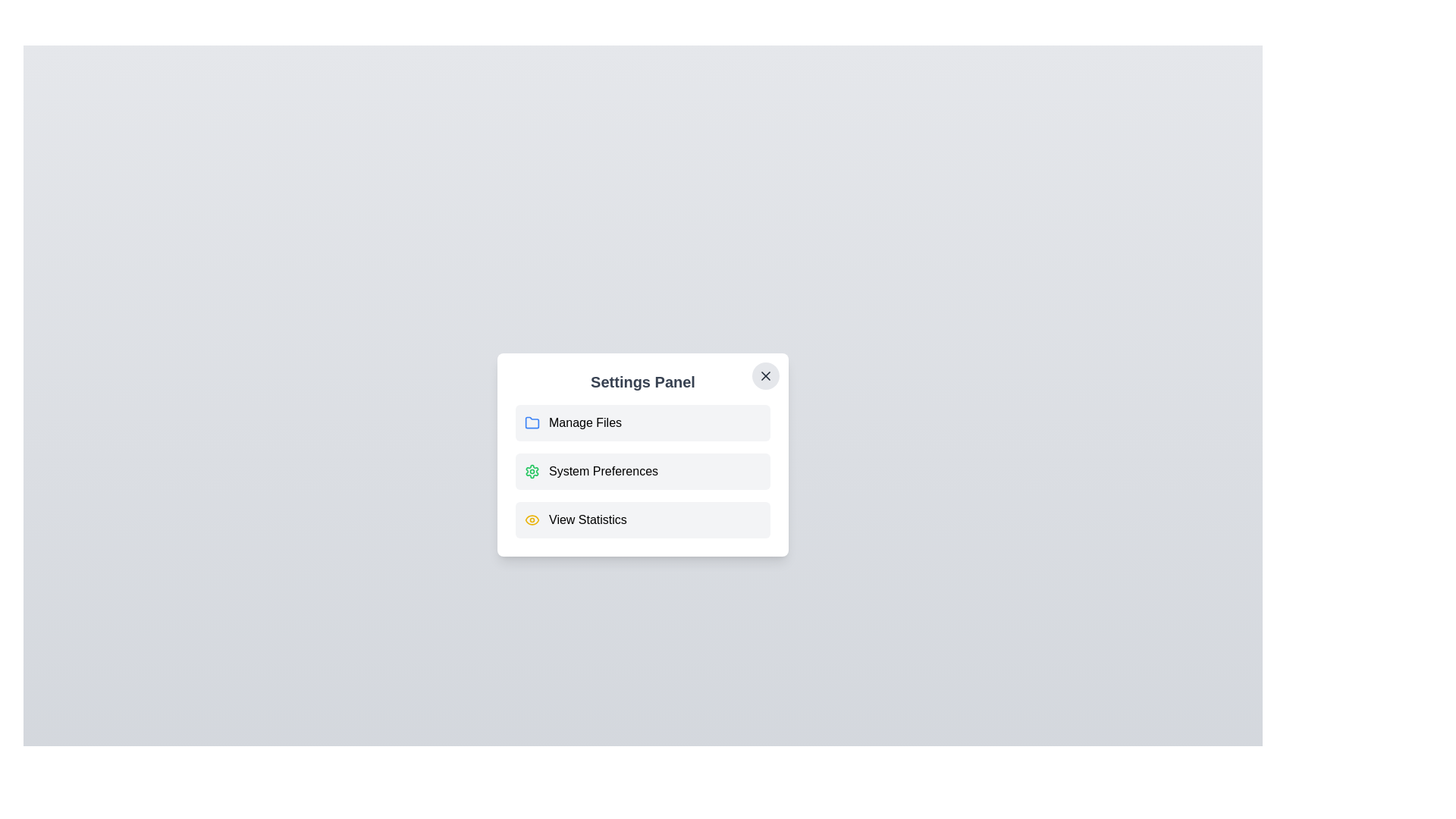  Describe the element at coordinates (532, 422) in the screenshot. I see `the blue folder icon located at the beginning of the 'Manage Files' option in the settings panel` at that location.